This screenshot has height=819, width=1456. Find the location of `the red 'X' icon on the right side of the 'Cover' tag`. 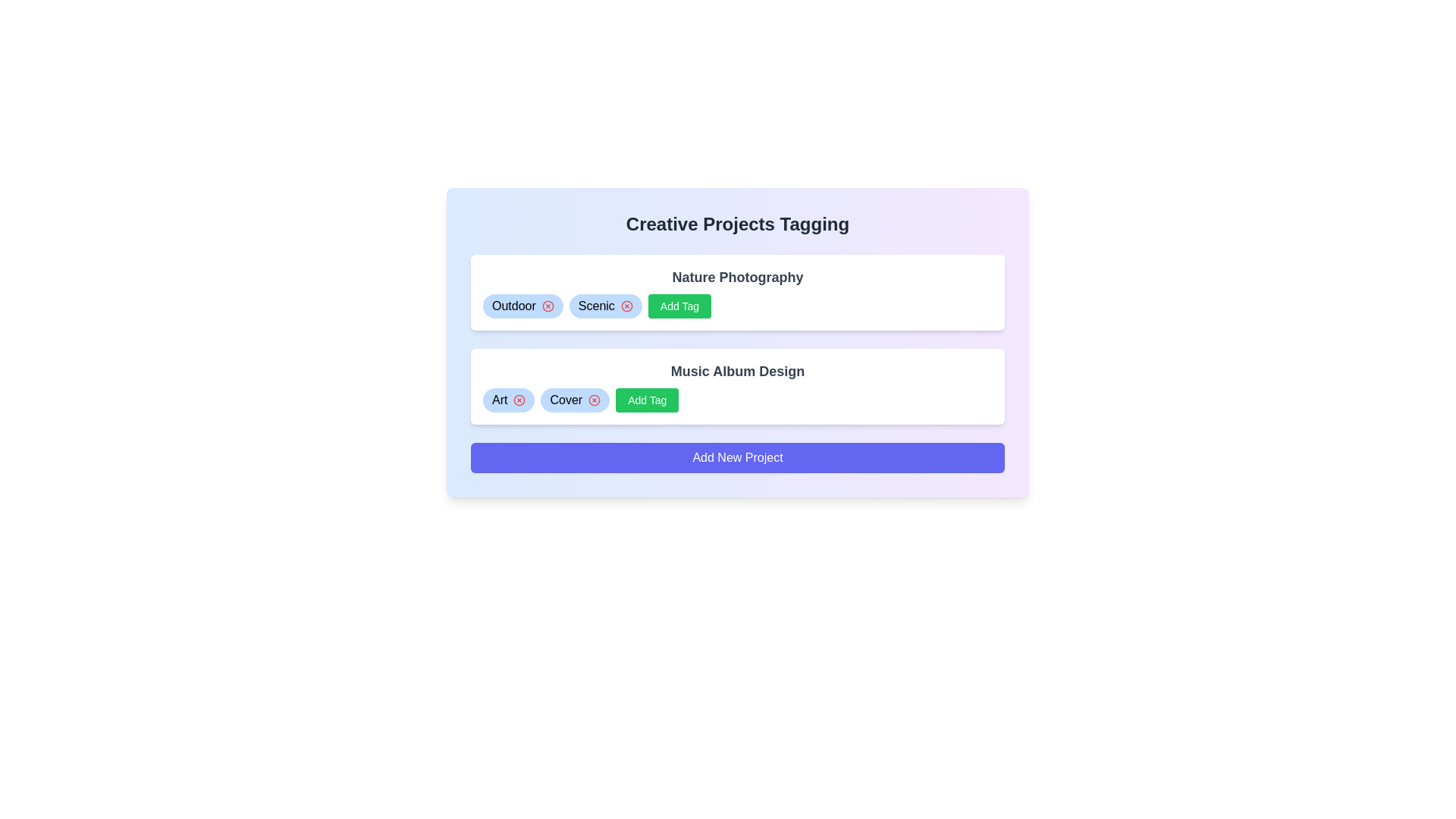

the red 'X' icon on the right side of the 'Cover' tag is located at coordinates (574, 400).